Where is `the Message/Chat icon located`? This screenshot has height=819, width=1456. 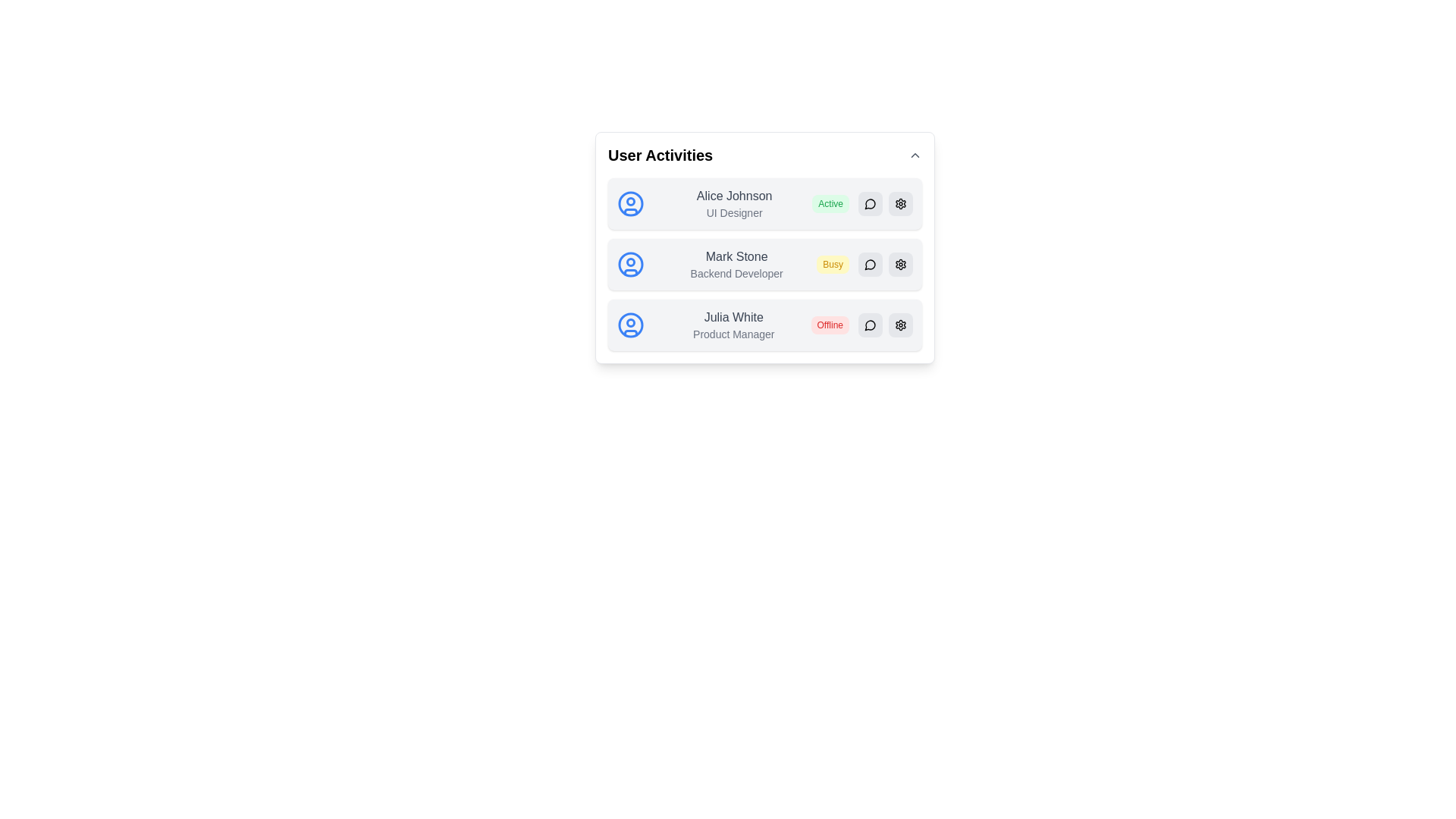 the Message/Chat icon located is located at coordinates (870, 324).